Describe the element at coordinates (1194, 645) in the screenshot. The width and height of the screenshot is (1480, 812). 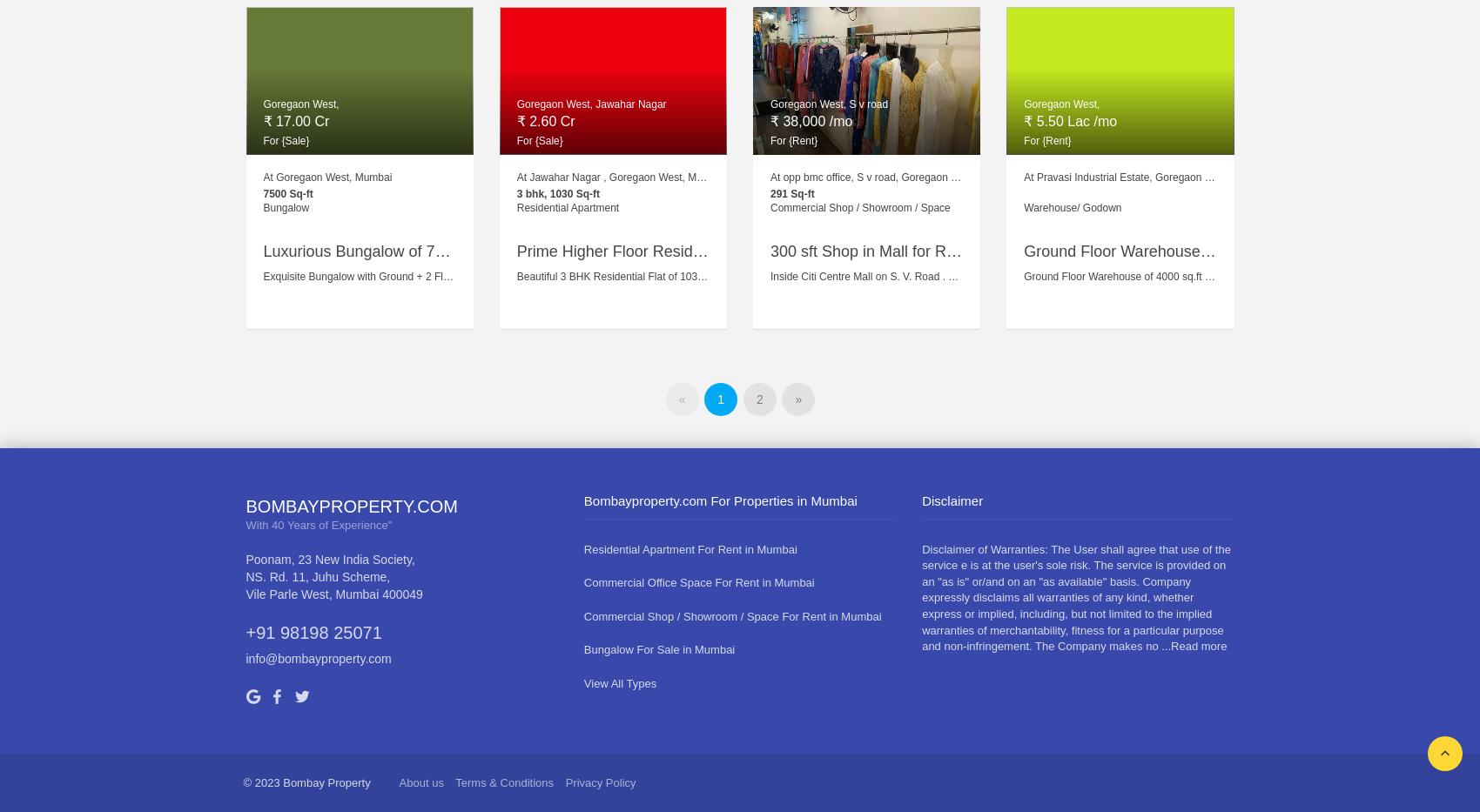
I see `'...Read more'` at that location.